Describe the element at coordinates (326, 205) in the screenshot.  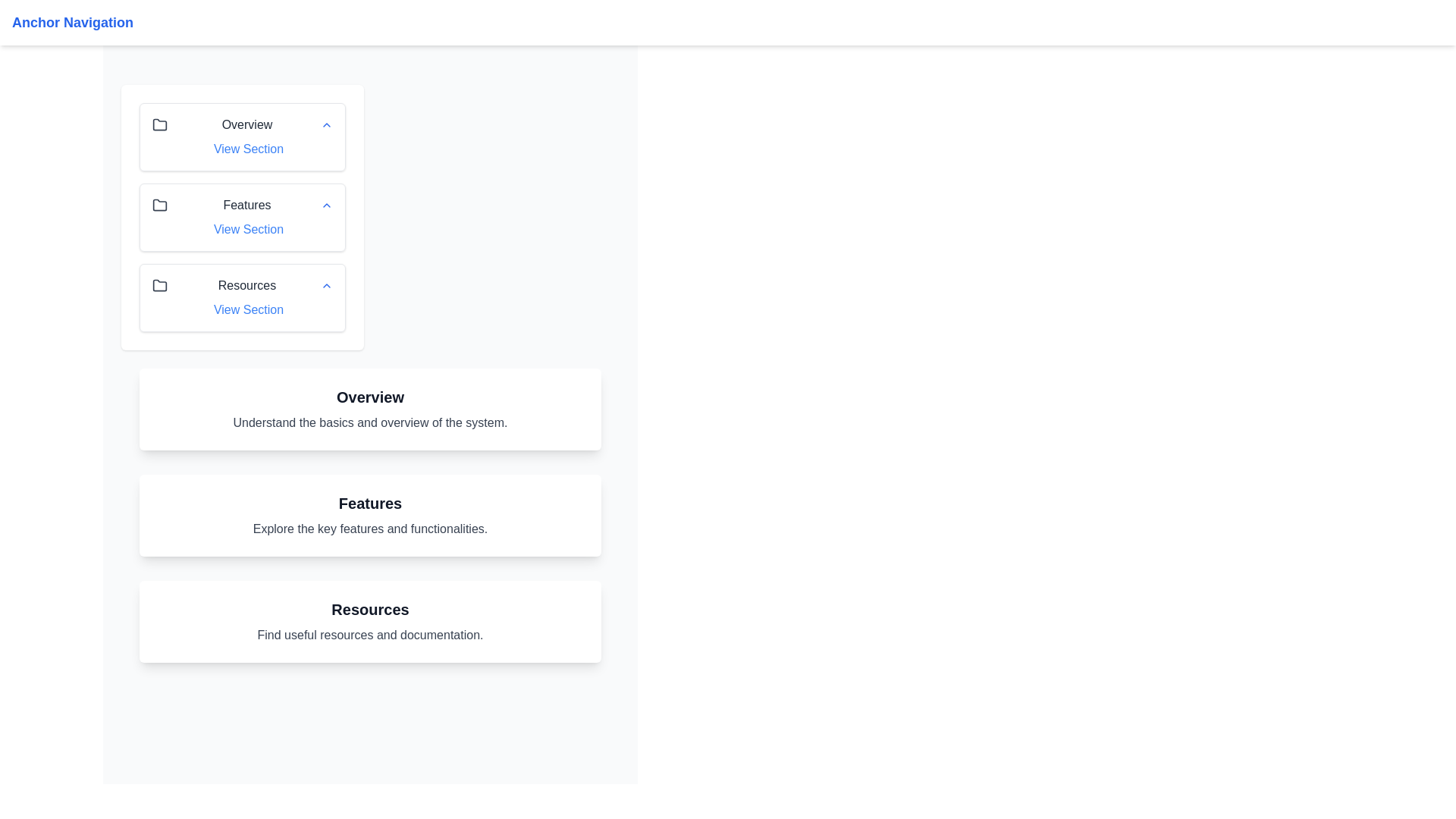
I see `the chevron icon pointing upwards that indicates the expandable or collapsible state for the 'Features' section` at that location.